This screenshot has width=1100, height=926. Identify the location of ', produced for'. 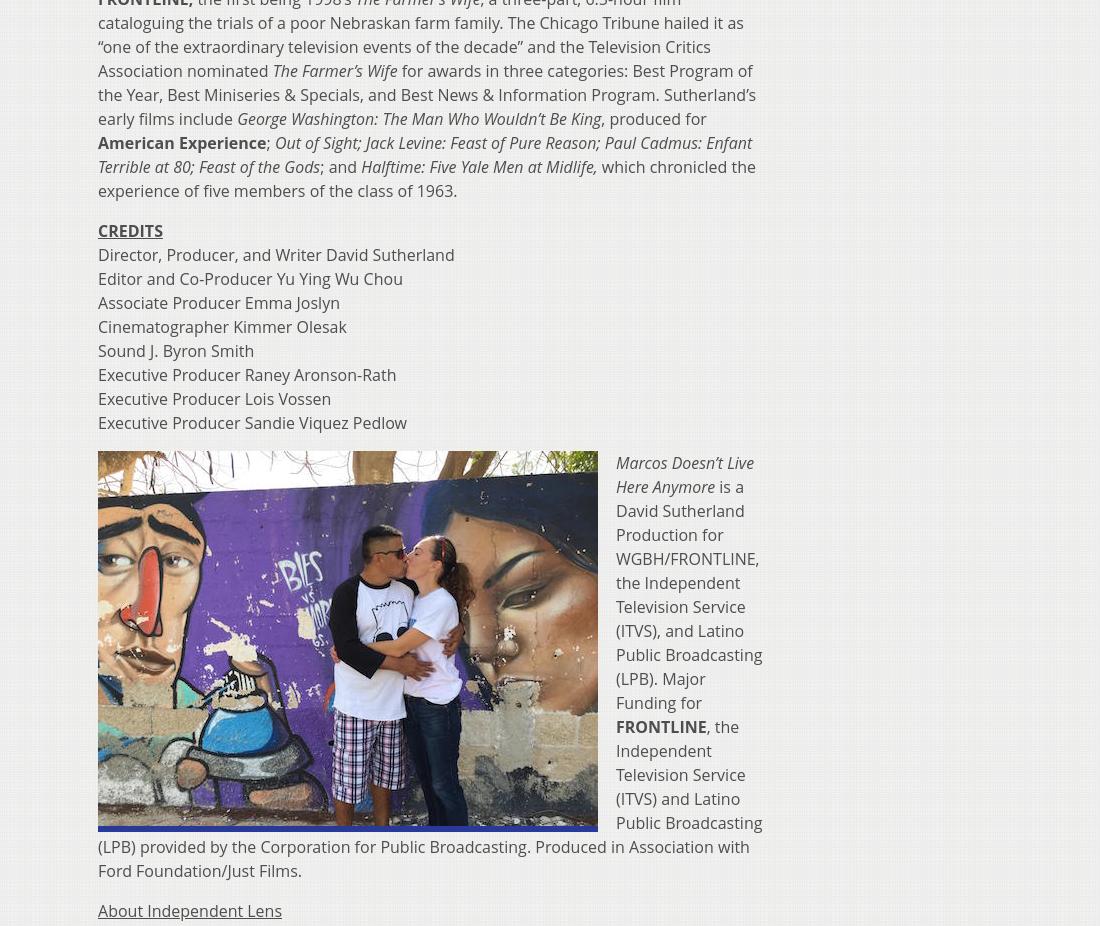
(653, 116).